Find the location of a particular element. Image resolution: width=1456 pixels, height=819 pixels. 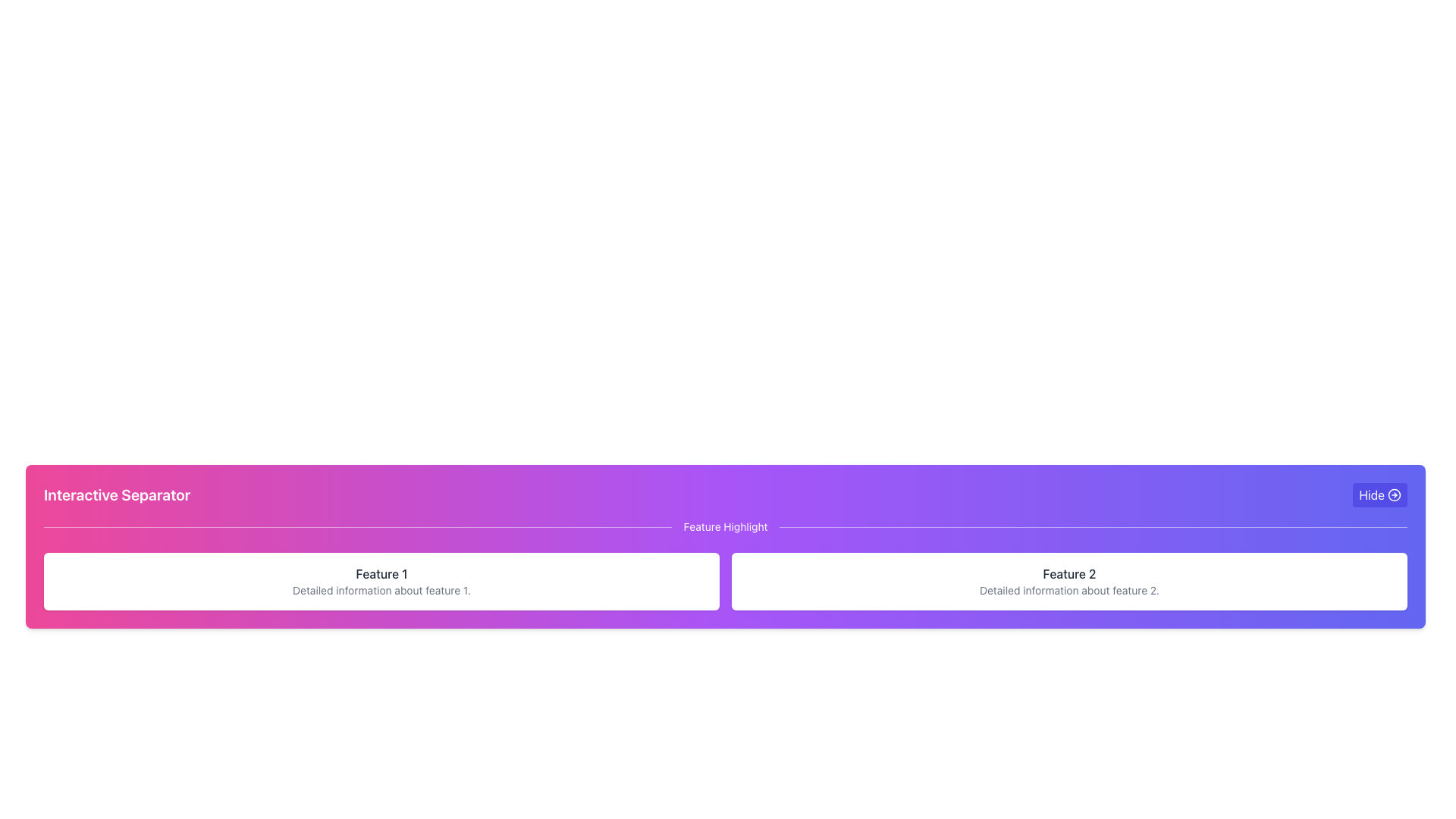

the button located on the right side of the header bar labeled 'Interactive Separator' is located at coordinates (1380, 494).